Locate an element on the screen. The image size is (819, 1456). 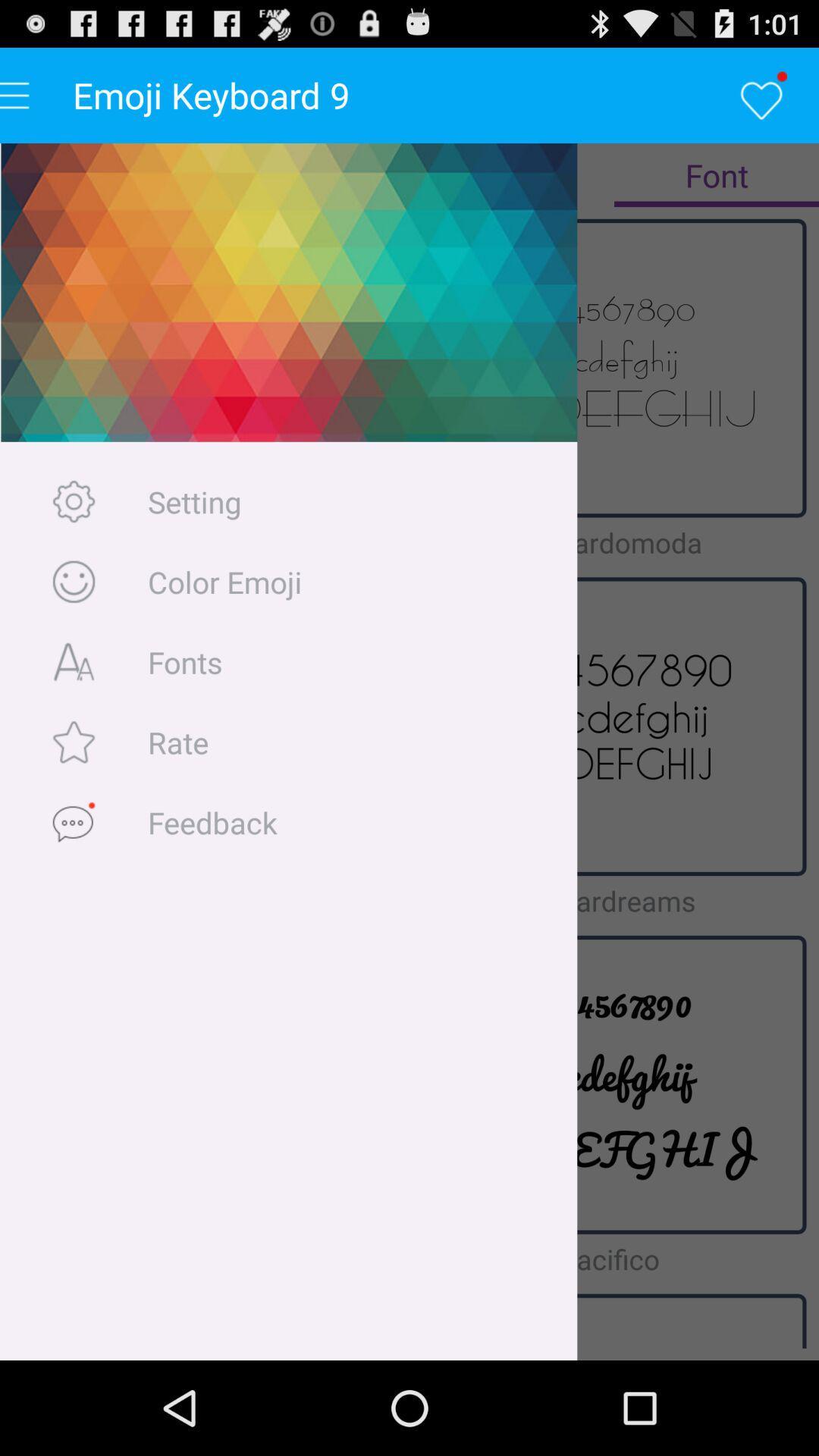
the smiley emoji next to color emoji is located at coordinates (74, 581).